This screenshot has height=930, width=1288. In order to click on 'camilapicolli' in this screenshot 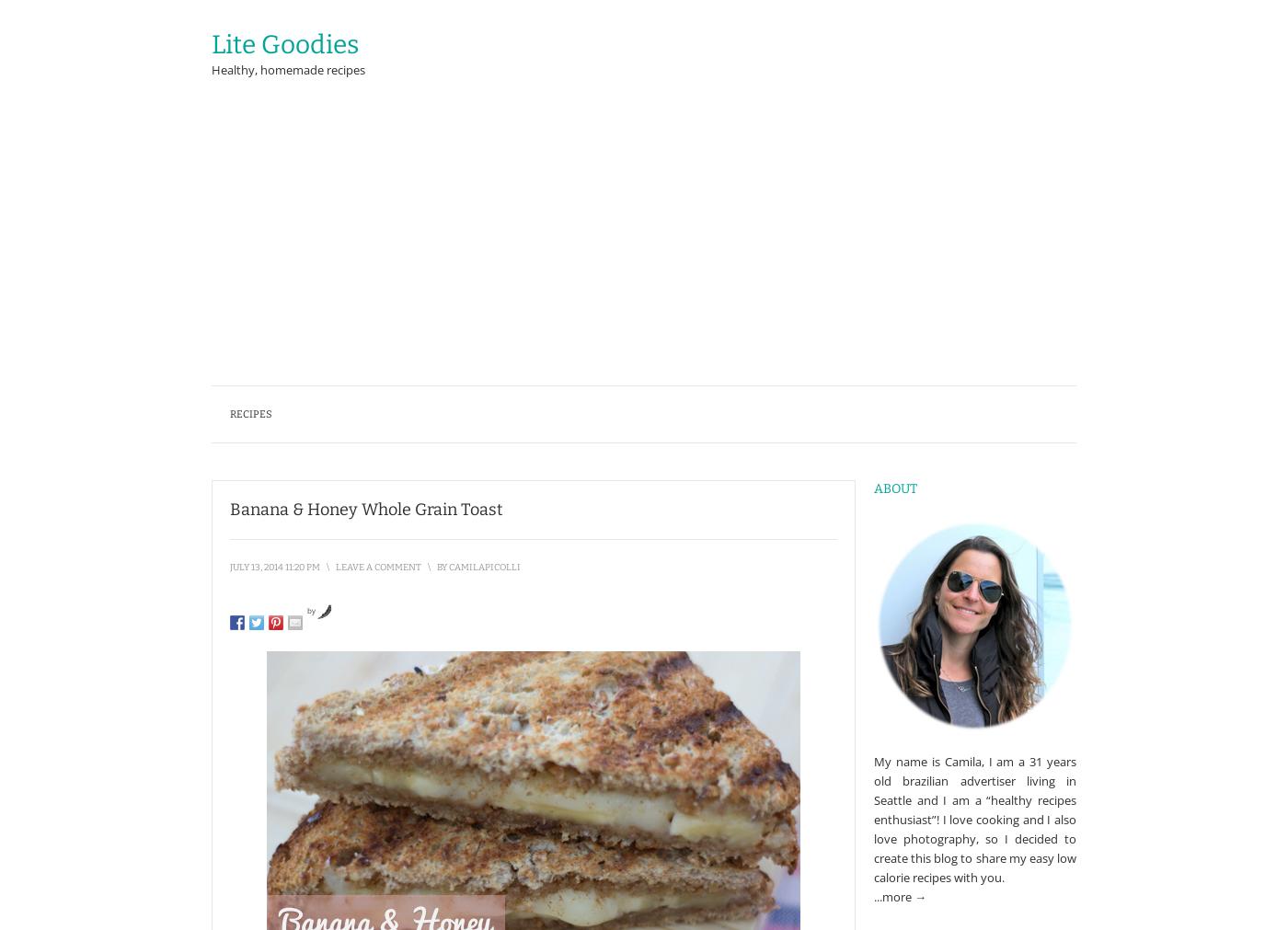, I will do `click(484, 568)`.